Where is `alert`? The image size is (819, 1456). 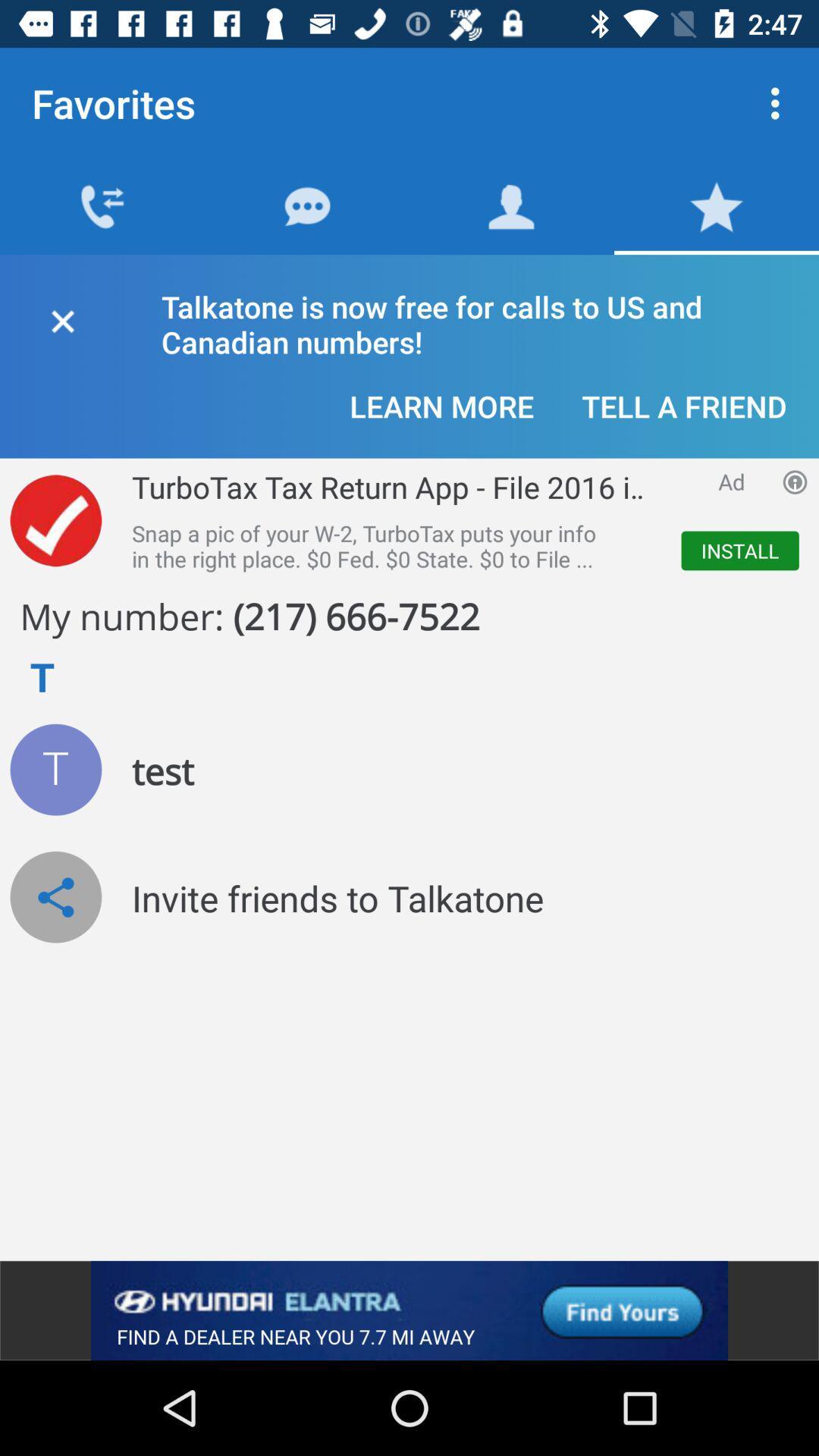 alert is located at coordinates (61, 318).